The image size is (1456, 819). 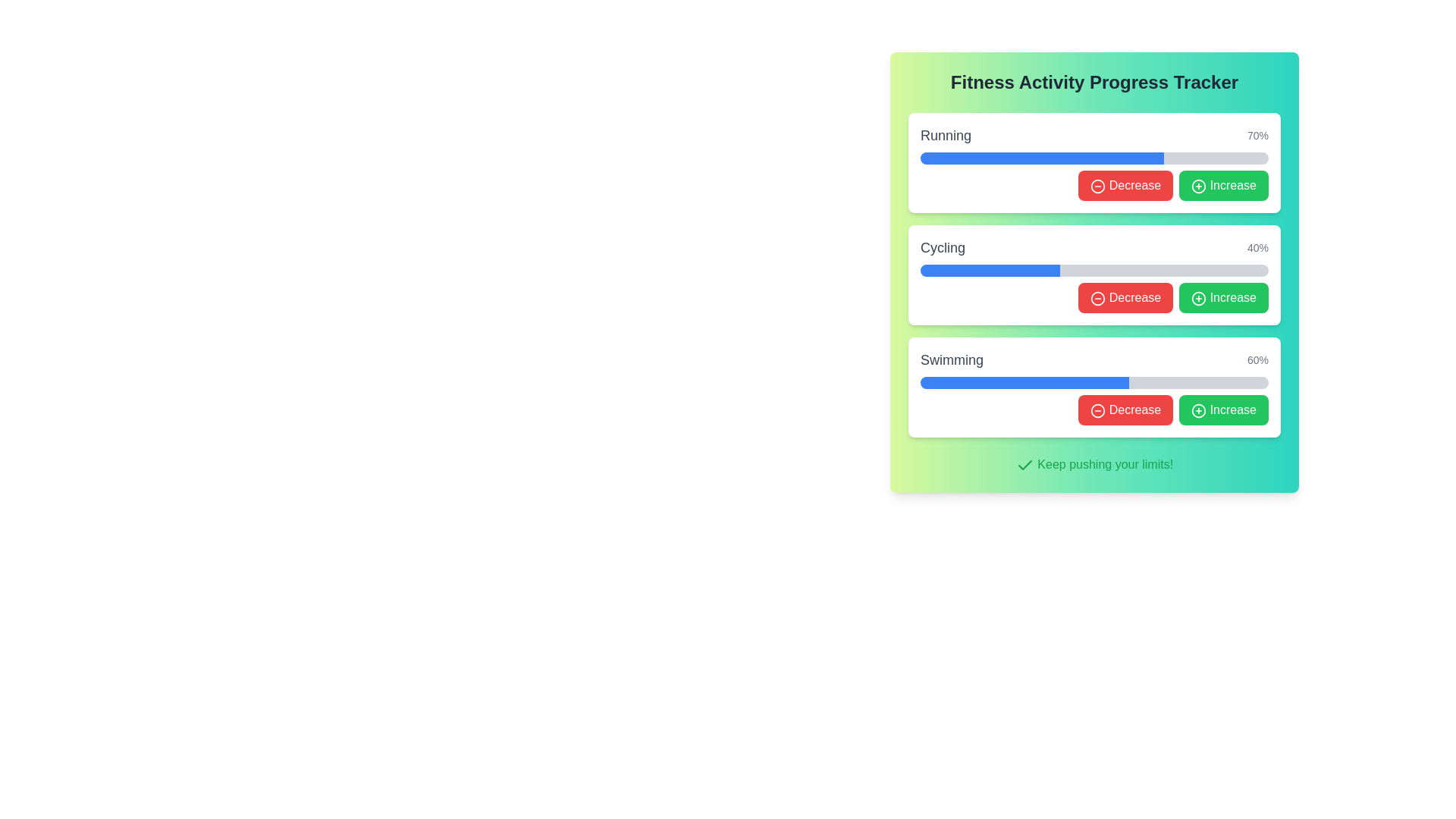 What do you see at coordinates (1025, 382) in the screenshot?
I see `the blue progress bar indicating the completion percentage for the 'Swimming' activity, which is positioned below the 'Cycling' activity and above the motivational message` at bounding box center [1025, 382].